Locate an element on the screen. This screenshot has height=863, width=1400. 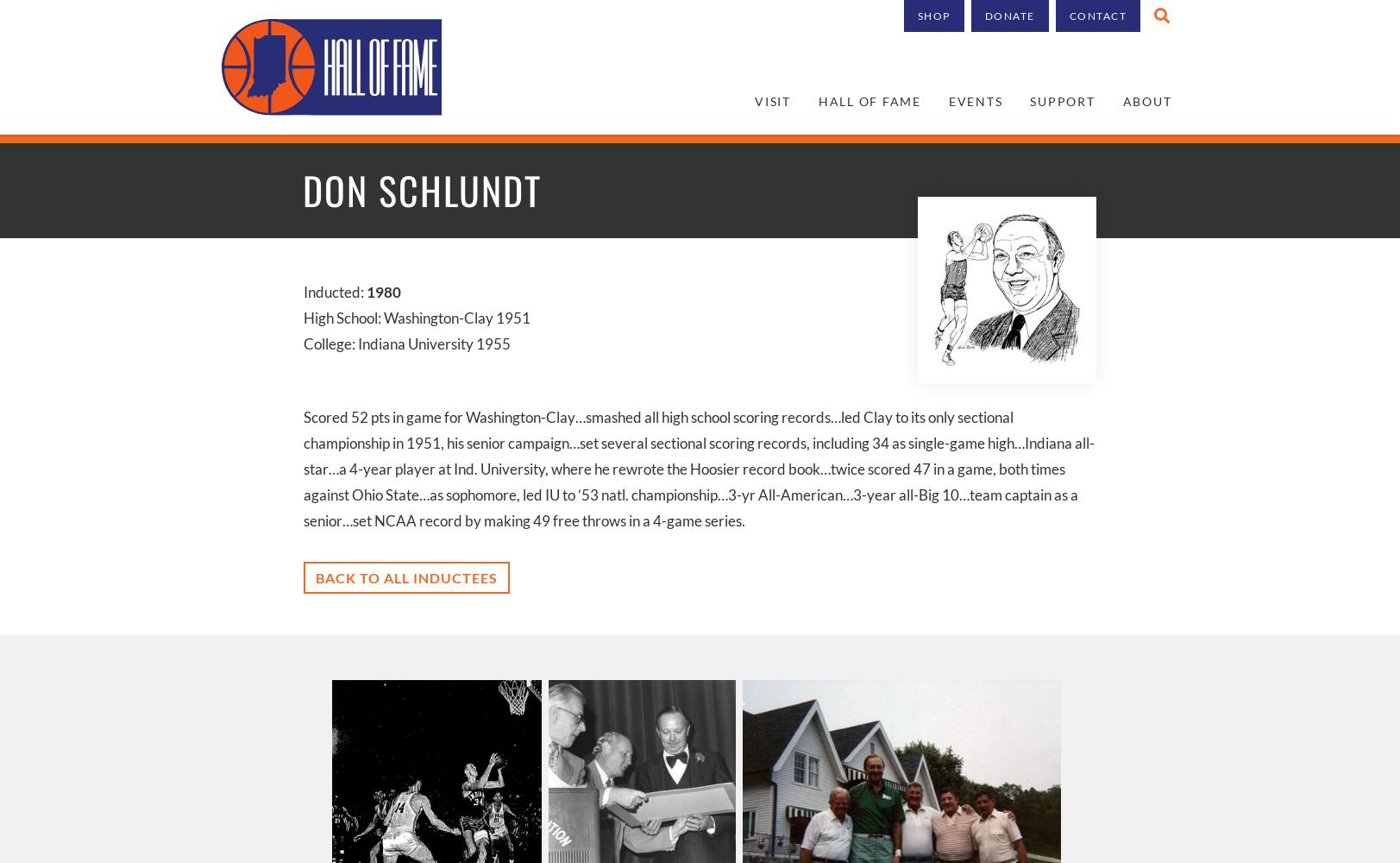
'Back to all inductees' is located at coordinates (405, 577).